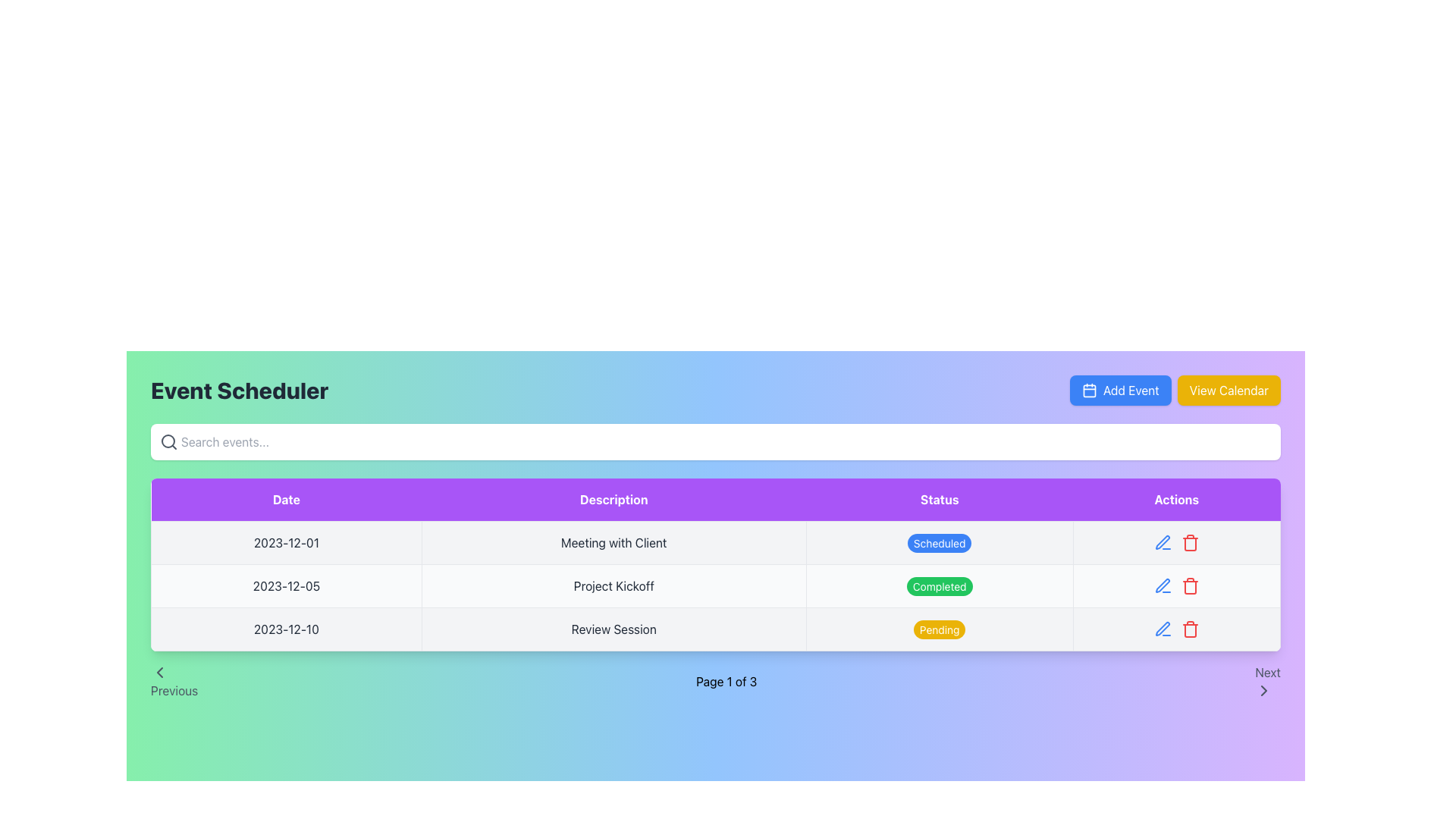 This screenshot has width=1456, height=819. What do you see at coordinates (1189, 629) in the screenshot?
I see `the red trash bin icon button located in the bottom-right corner of the action column` at bounding box center [1189, 629].